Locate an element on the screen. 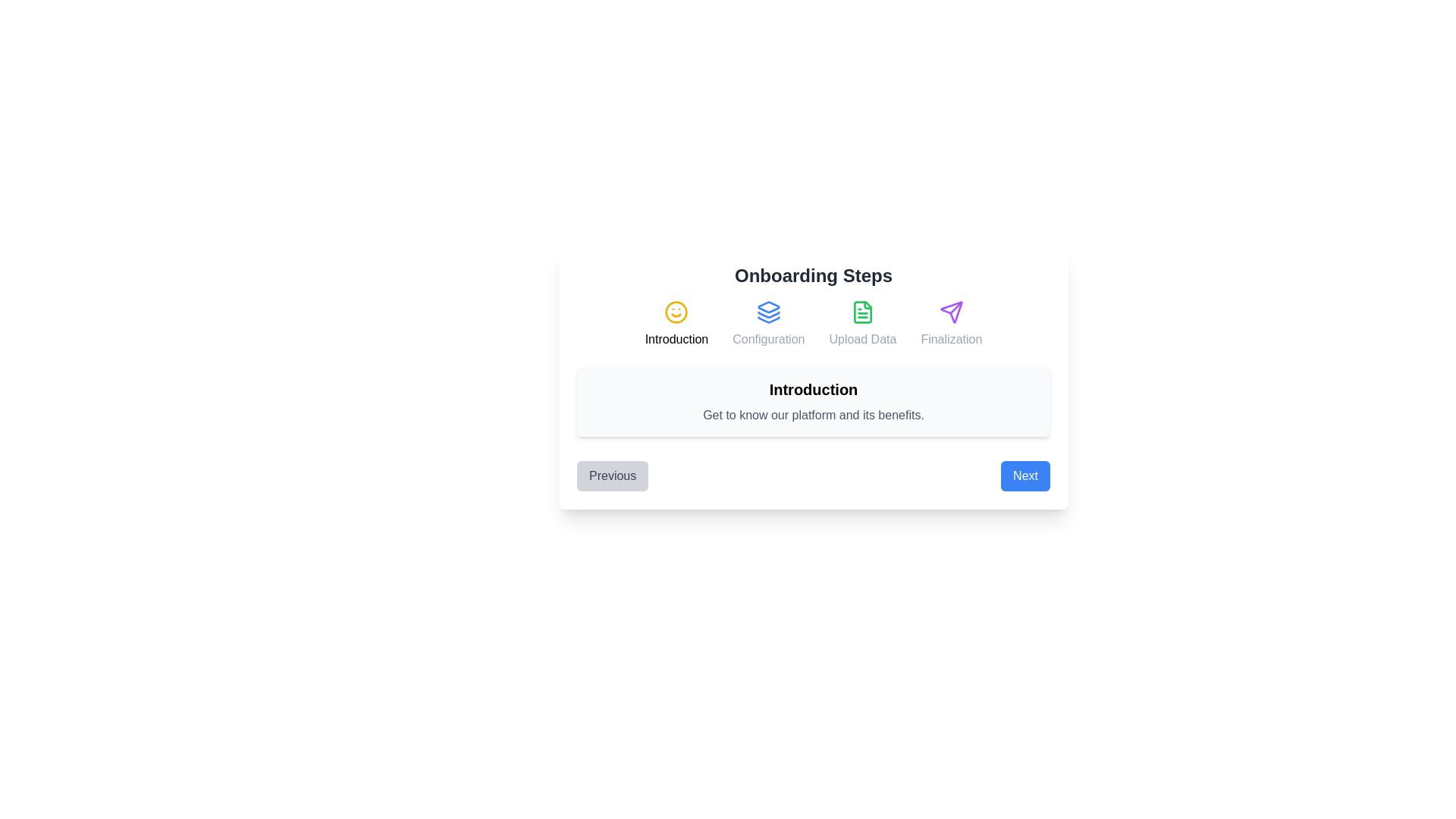 This screenshot has width=1456, height=819. the 'Upload Data' icon, which is a green file document outline with text, located under the 'Onboarding Steps' header as the third item in the list is located at coordinates (862, 324).